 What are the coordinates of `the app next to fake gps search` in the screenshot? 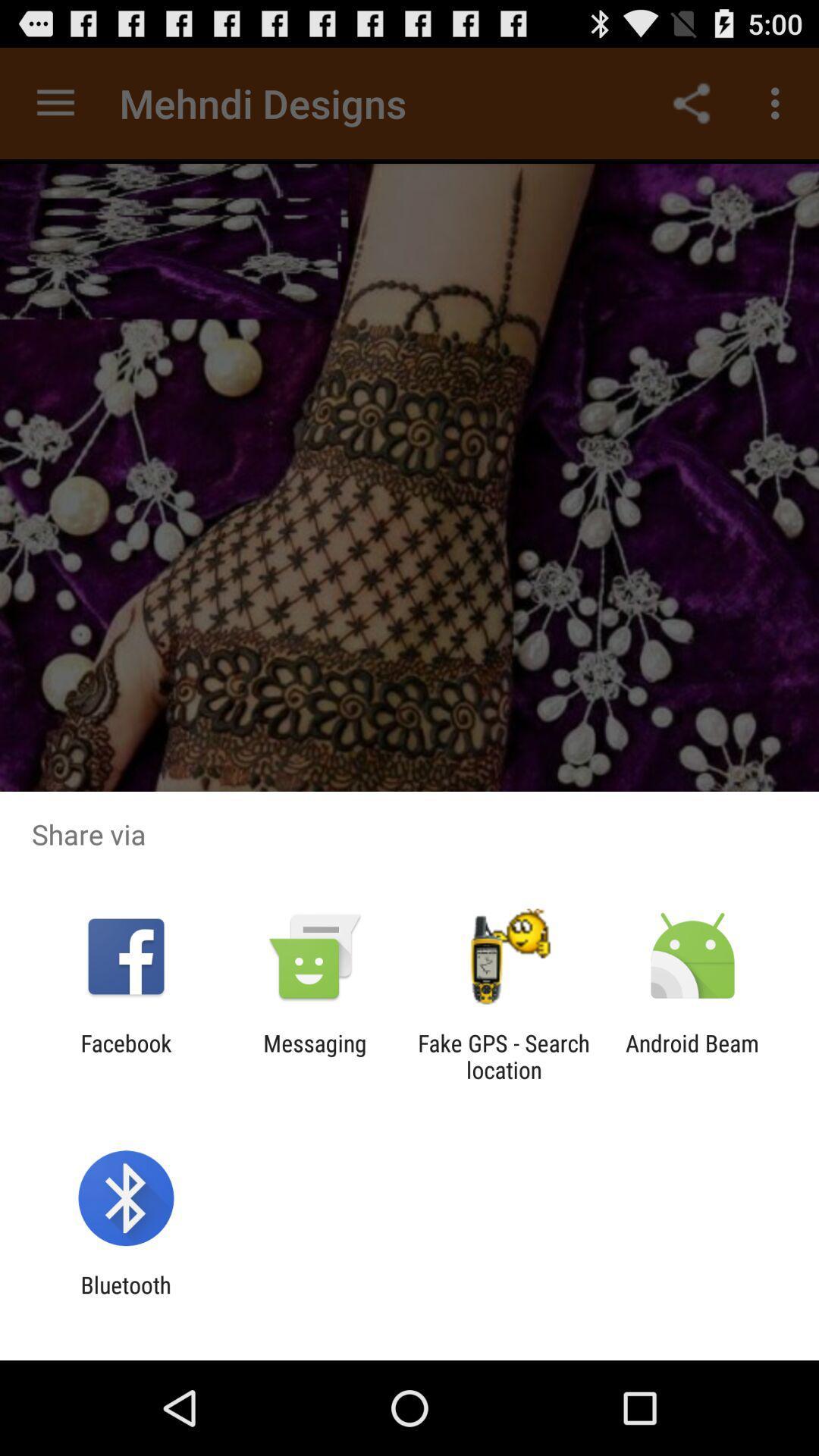 It's located at (692, 1056).